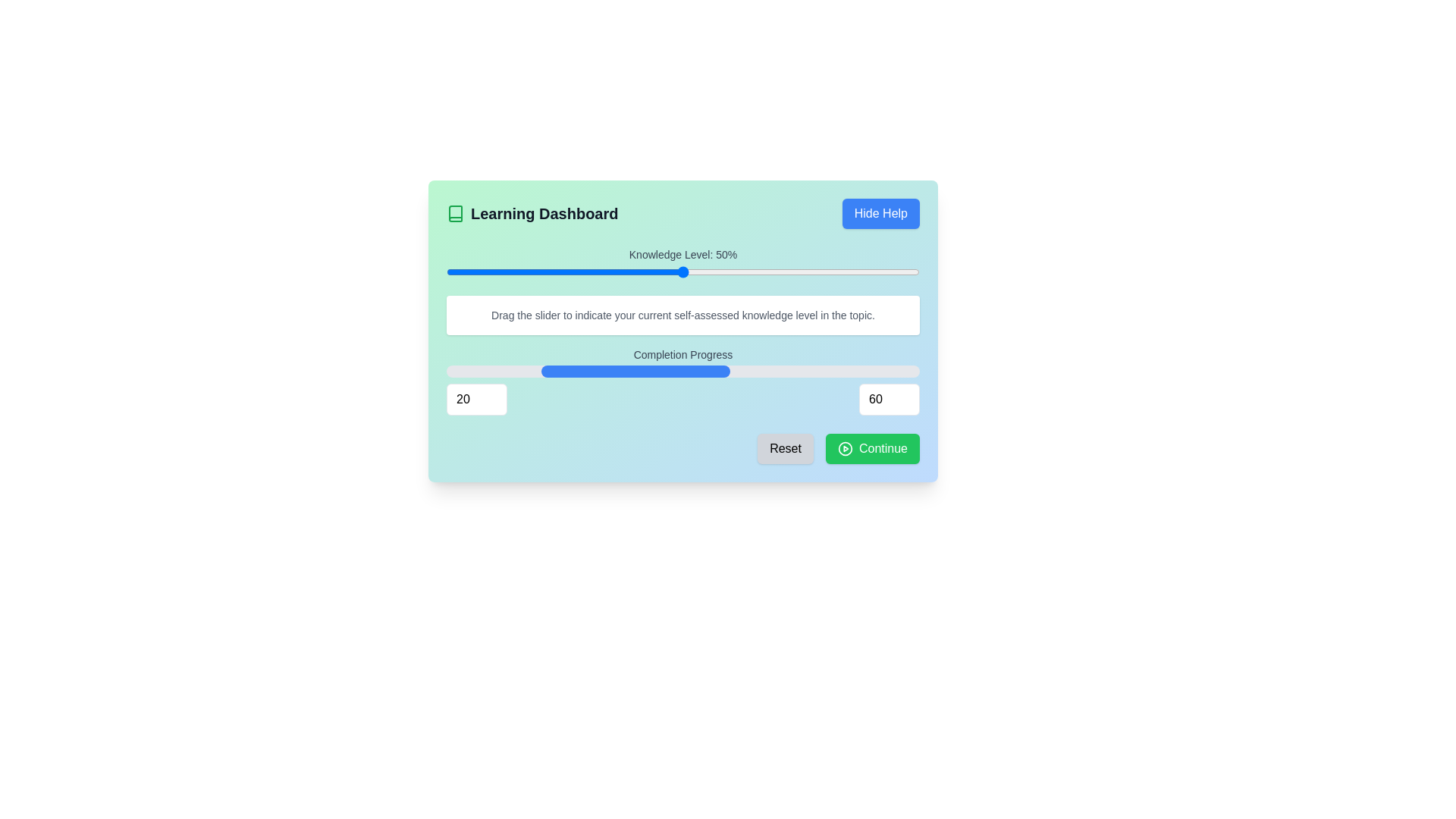 The height and width of the screenshot is (819, 1456). What do you see at coordinates (554, 271) in the screenshot?
I see `the knowledge level` at bounding box center [554, 271].